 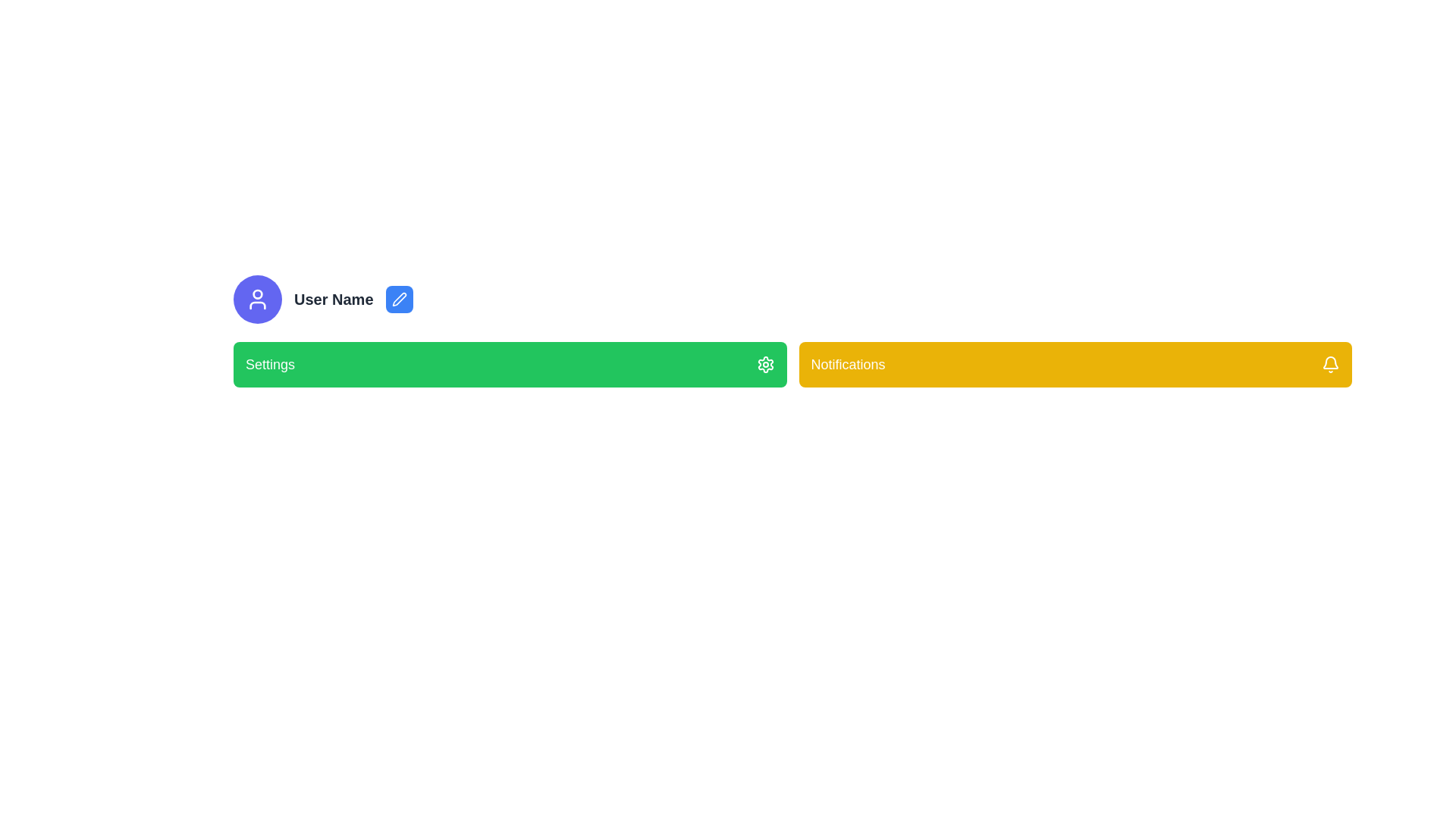 What do you see at coordinates (333, 299) in the screenshot?
I see `the text label displaying the user's name, positioned between a user icon and a button` at bounding box center [333, 299].